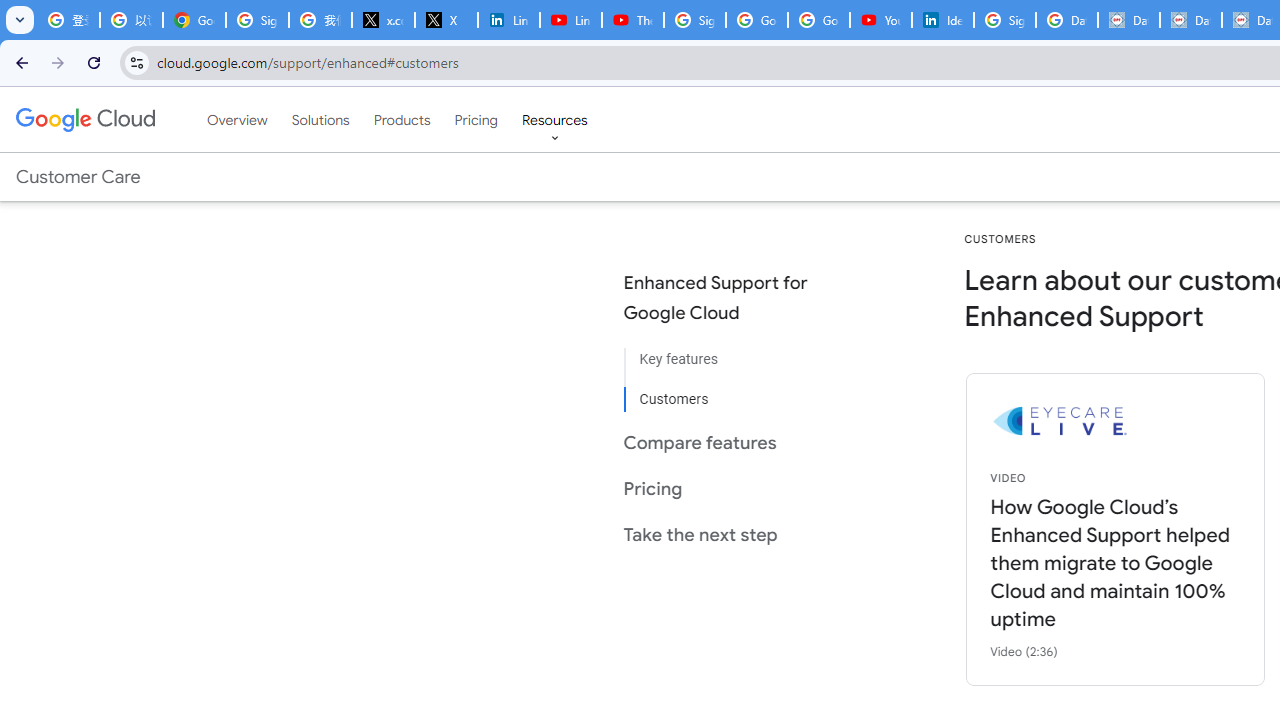 This screenshot has width=1280, height=720. I want to click on 'Google Cloud', so click(84, 119).